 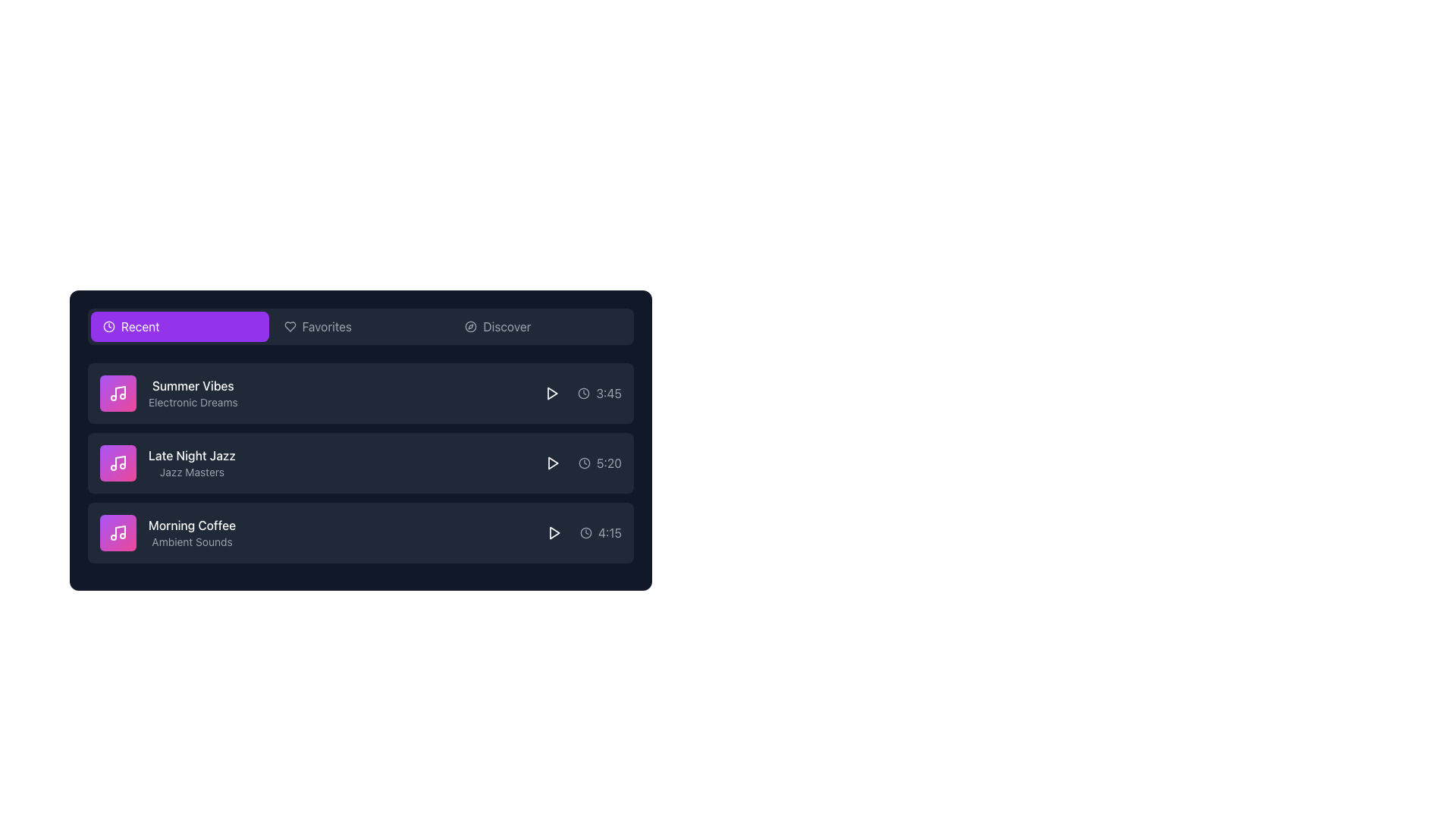 What do you see at coordinates (359, 462) in the screenshot?
I see `the List item representing the media entry titled 'Late Night Jazz'` at bounding box center [359, 462].